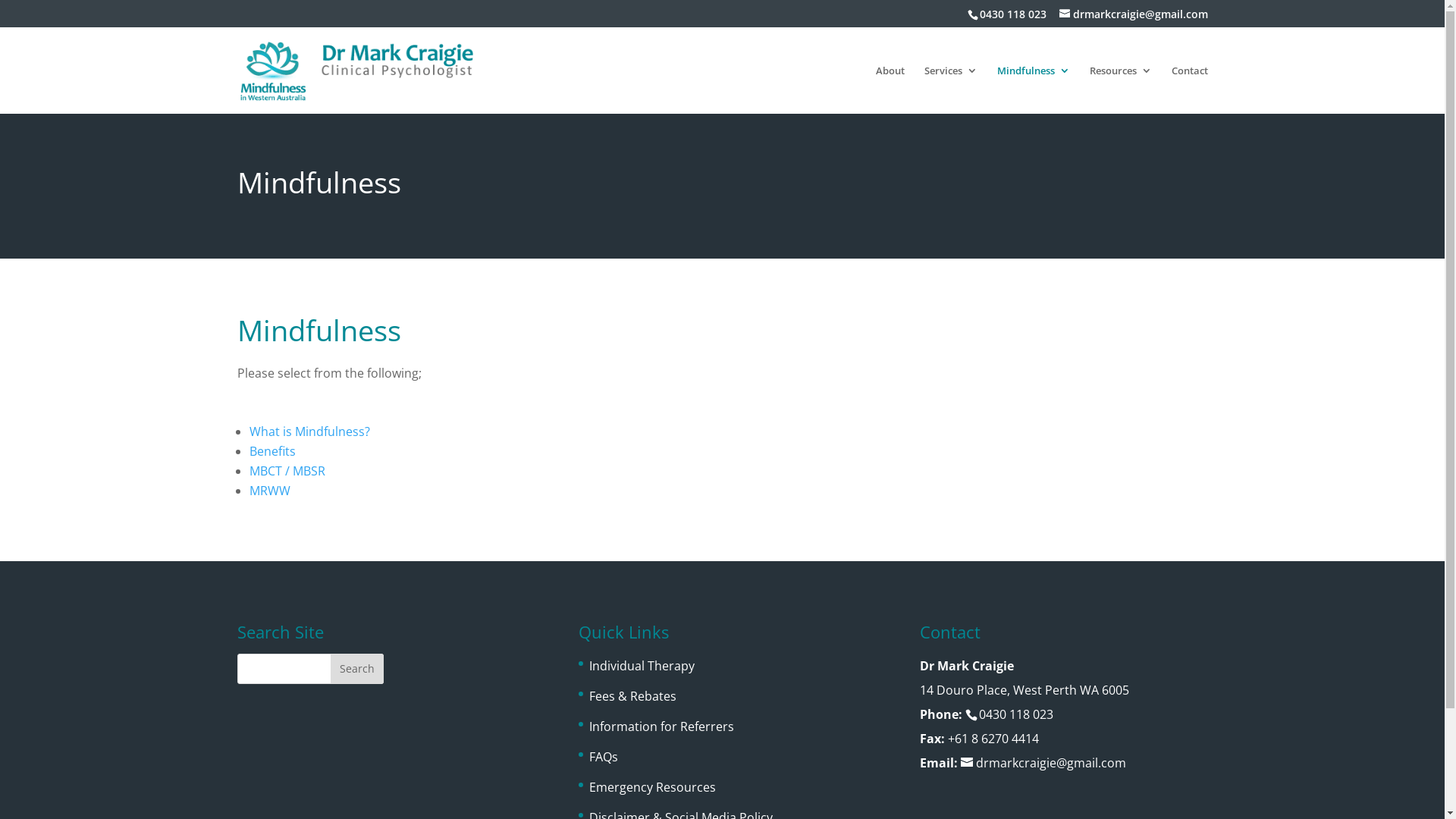 The width and height of the screenshot is (1456, 819). Describe the element at coordinates (1043, 763) in the screenshot. I see `'drmarkcraigie@gmail.com'` at that location.